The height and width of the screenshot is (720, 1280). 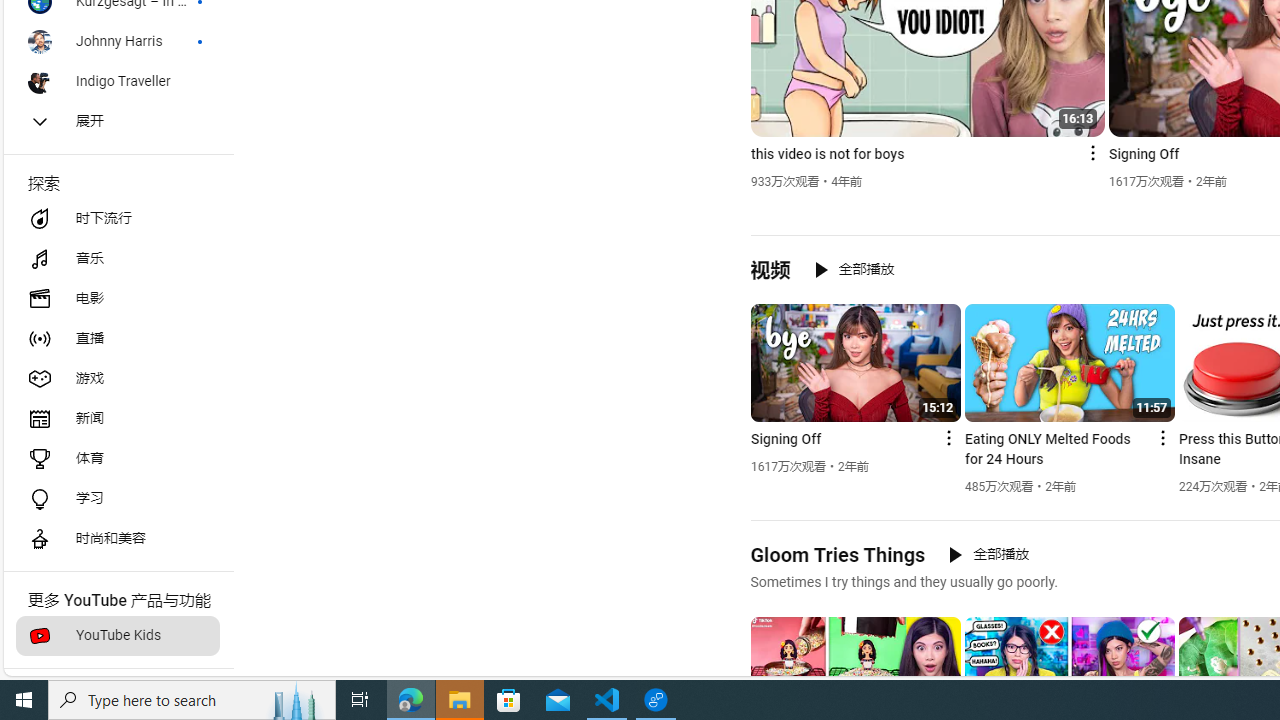 I want to click on 'Gloom Tries Things', so click(x=837, y=554).